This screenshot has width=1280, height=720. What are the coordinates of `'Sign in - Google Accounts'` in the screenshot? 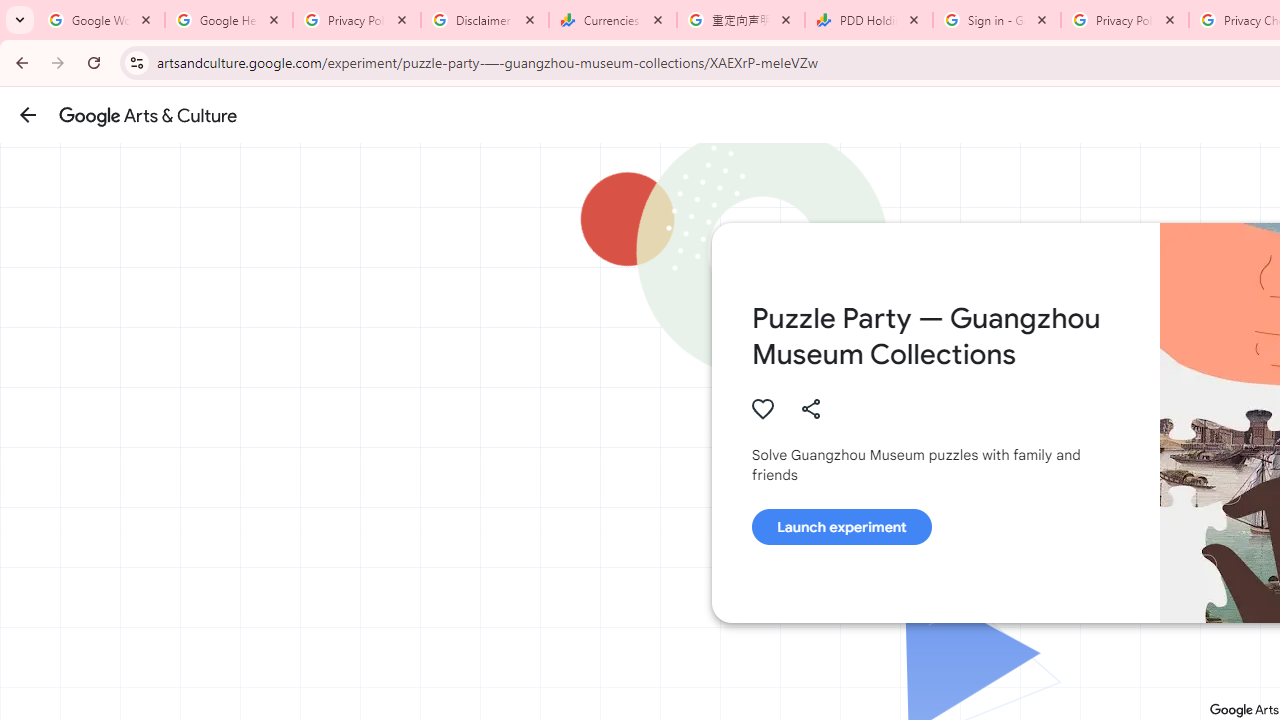 It's located at (997, 20).